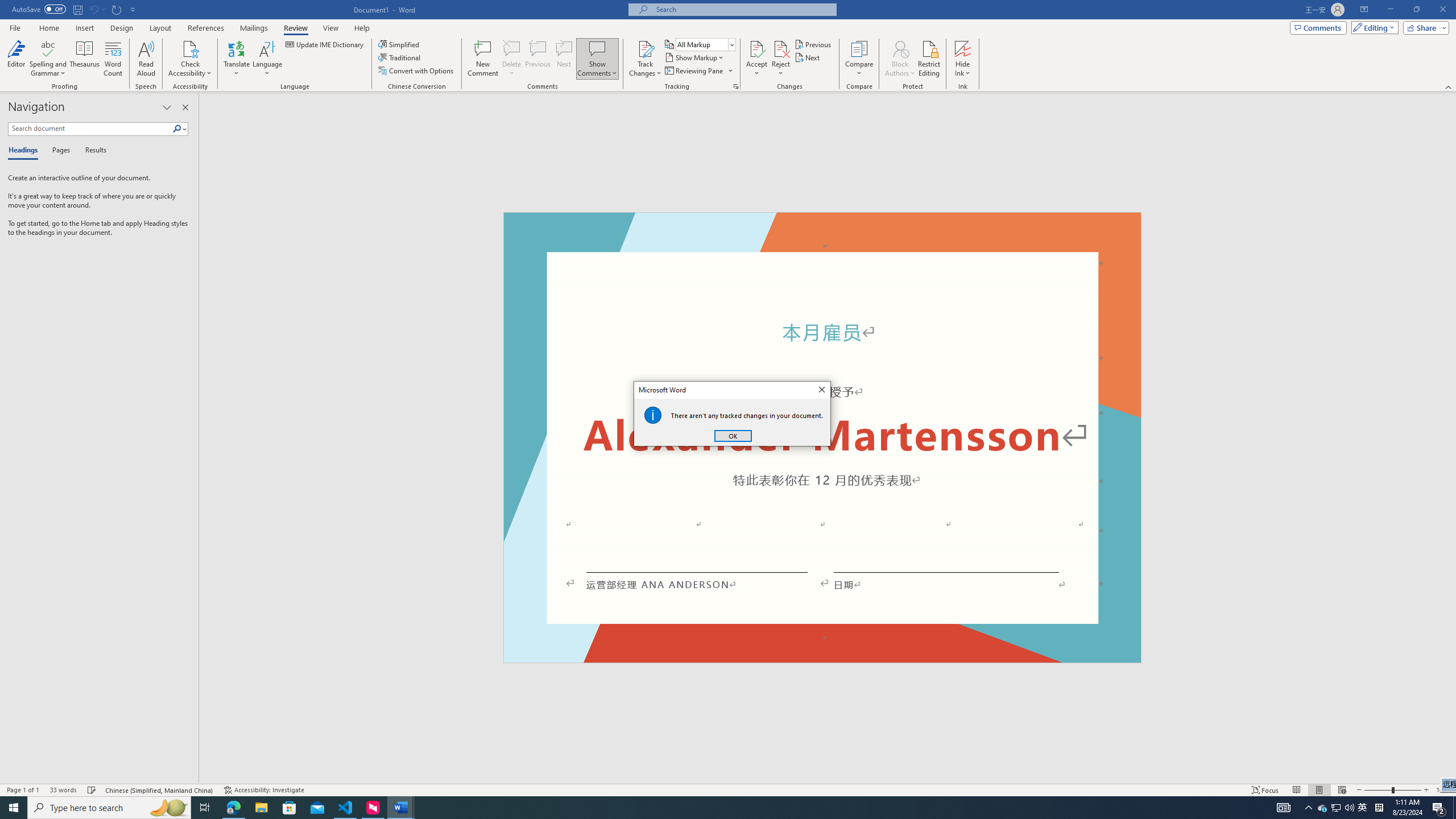 The height and width of the screenshot is (819, 1456). Describe the element at coordinates (652, 415) in the screenshot. I see `'Class: Static'` at that location.